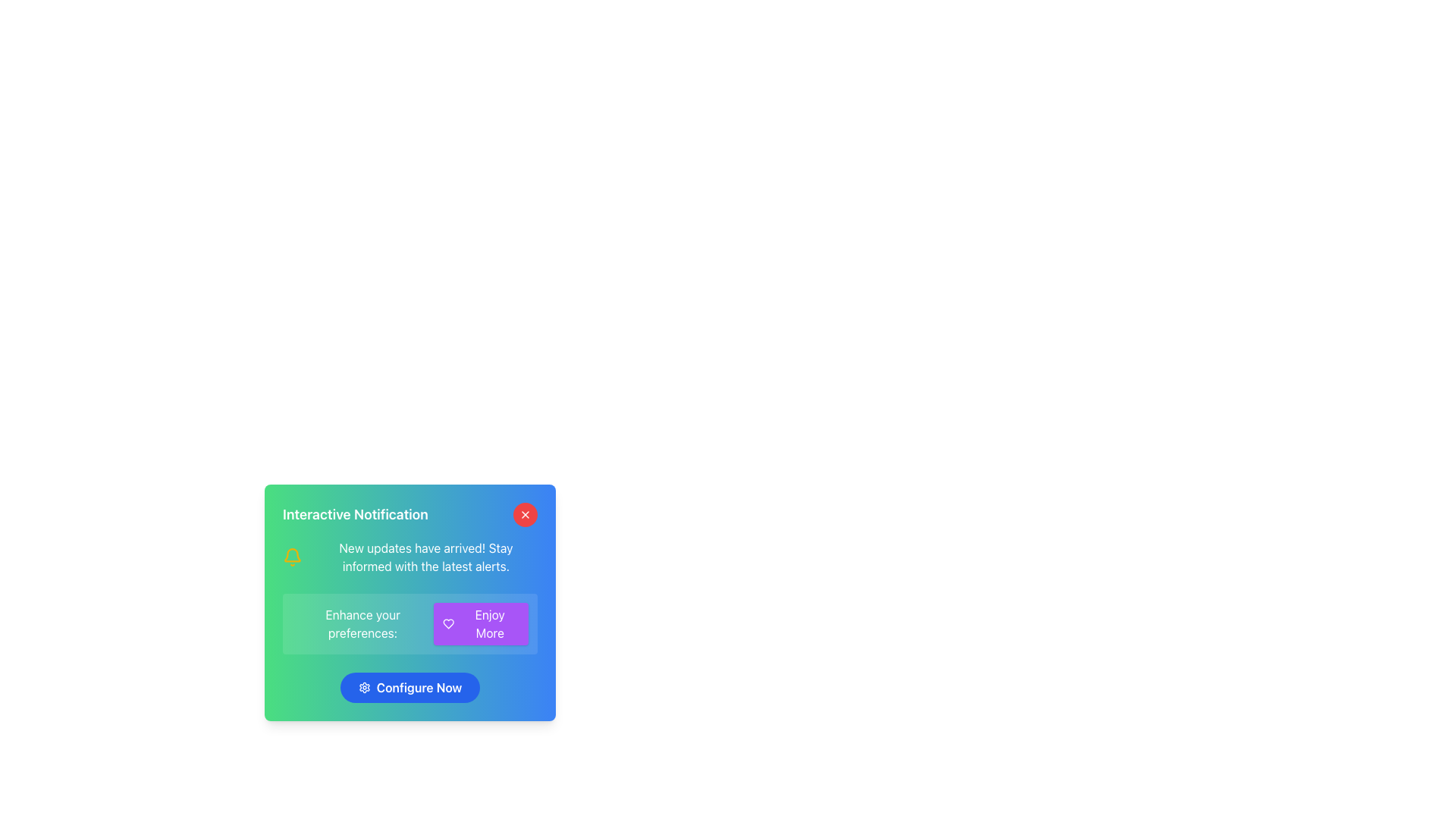 This screenshot has height=819, width=1456. I want to click on the circular red button with an 'X' symbol in the top-right corner, so click(525, 513).